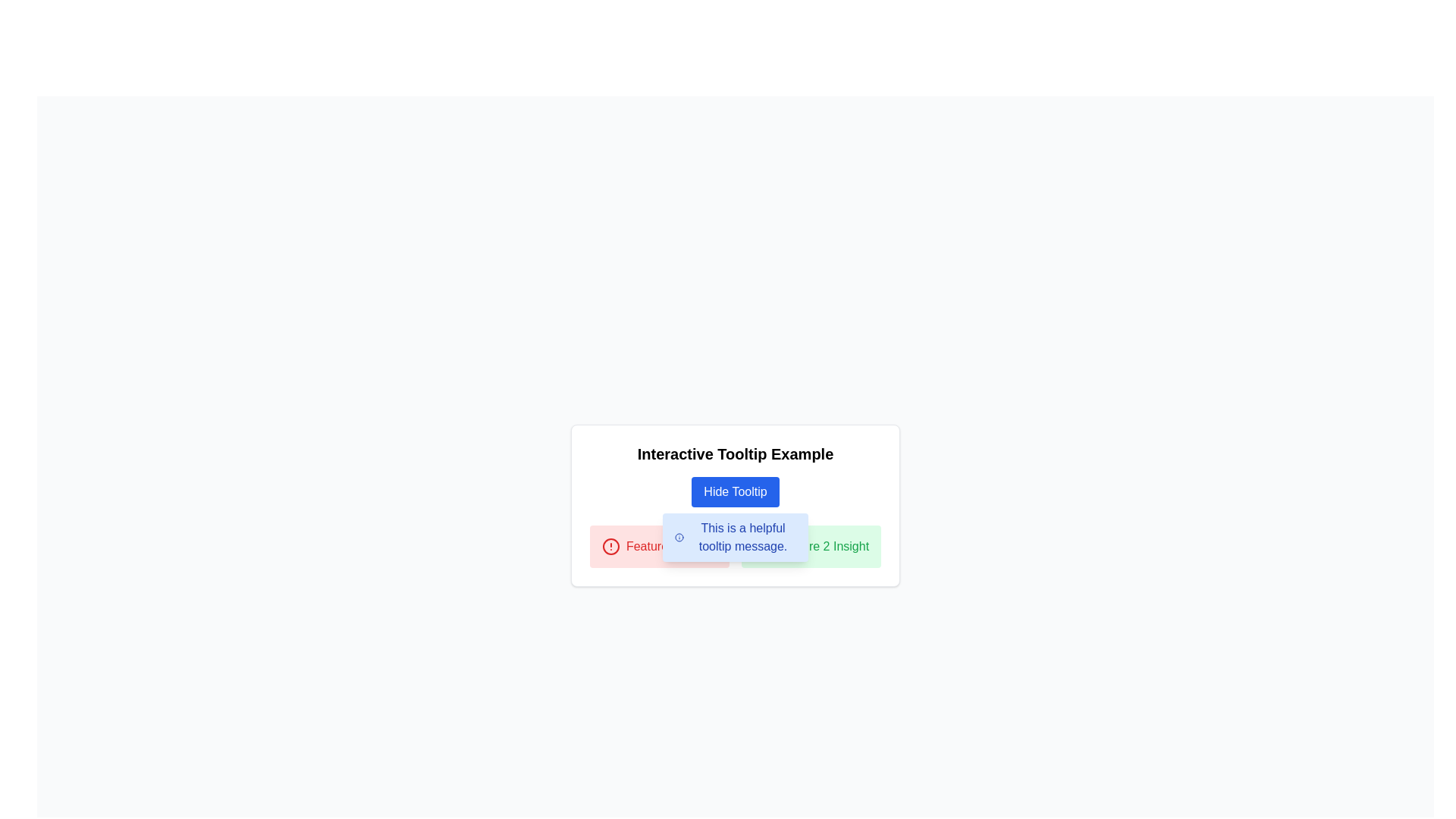 The height and width of the screenshot is (819, 1456). What do you see at coordinates (679, 537) in the screenshot?
I see `the visual indicator icon located to the left of the tooltip message ('This is a helpful tooltip message.') for additional information` at bounding box center [679, 537].